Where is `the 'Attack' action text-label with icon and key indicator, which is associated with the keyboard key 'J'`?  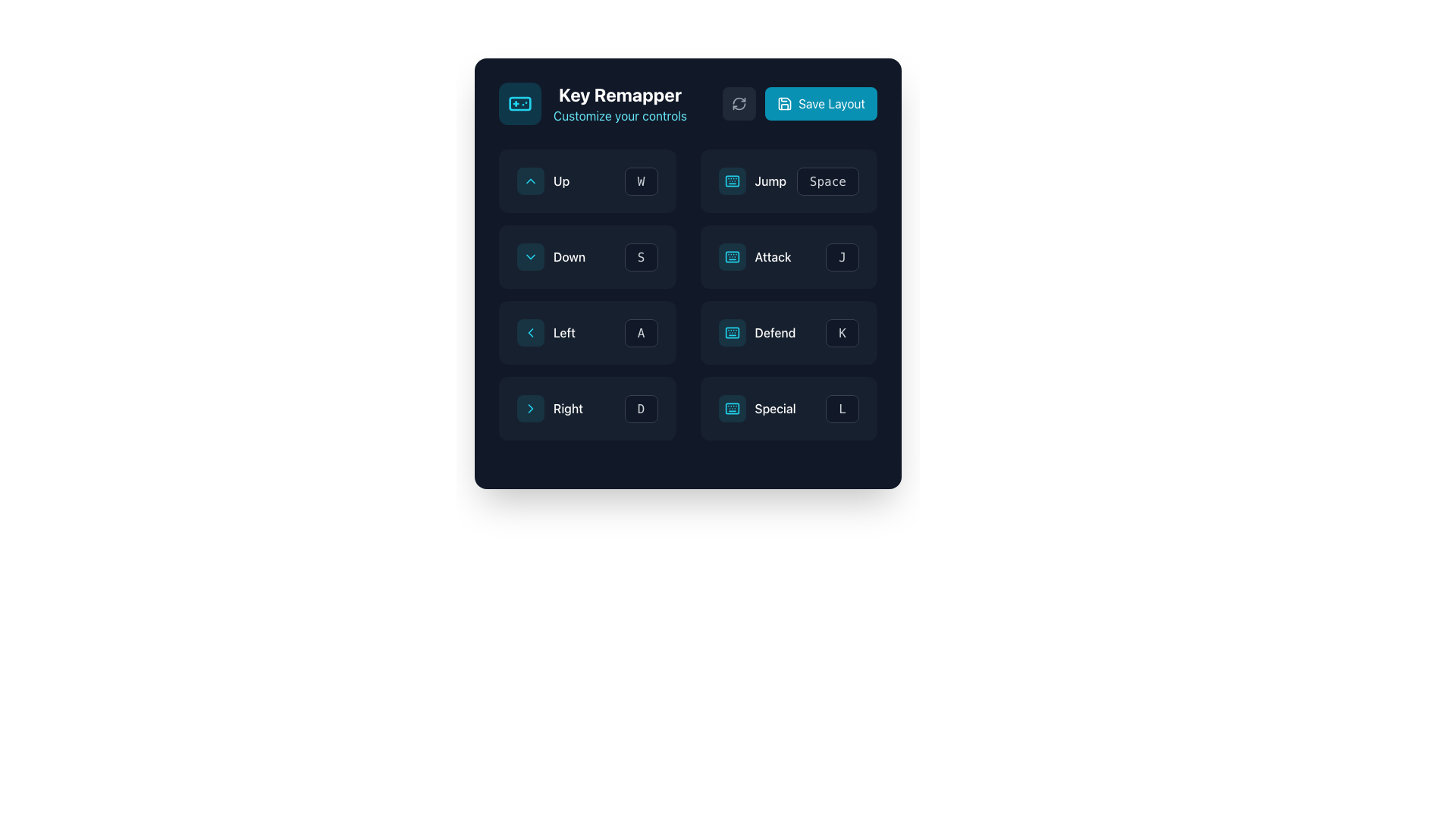 the 'Attack' action text-label with icon and key indicator, which is associated with the keyboard key 'J' is located at coordinates (789, 256).